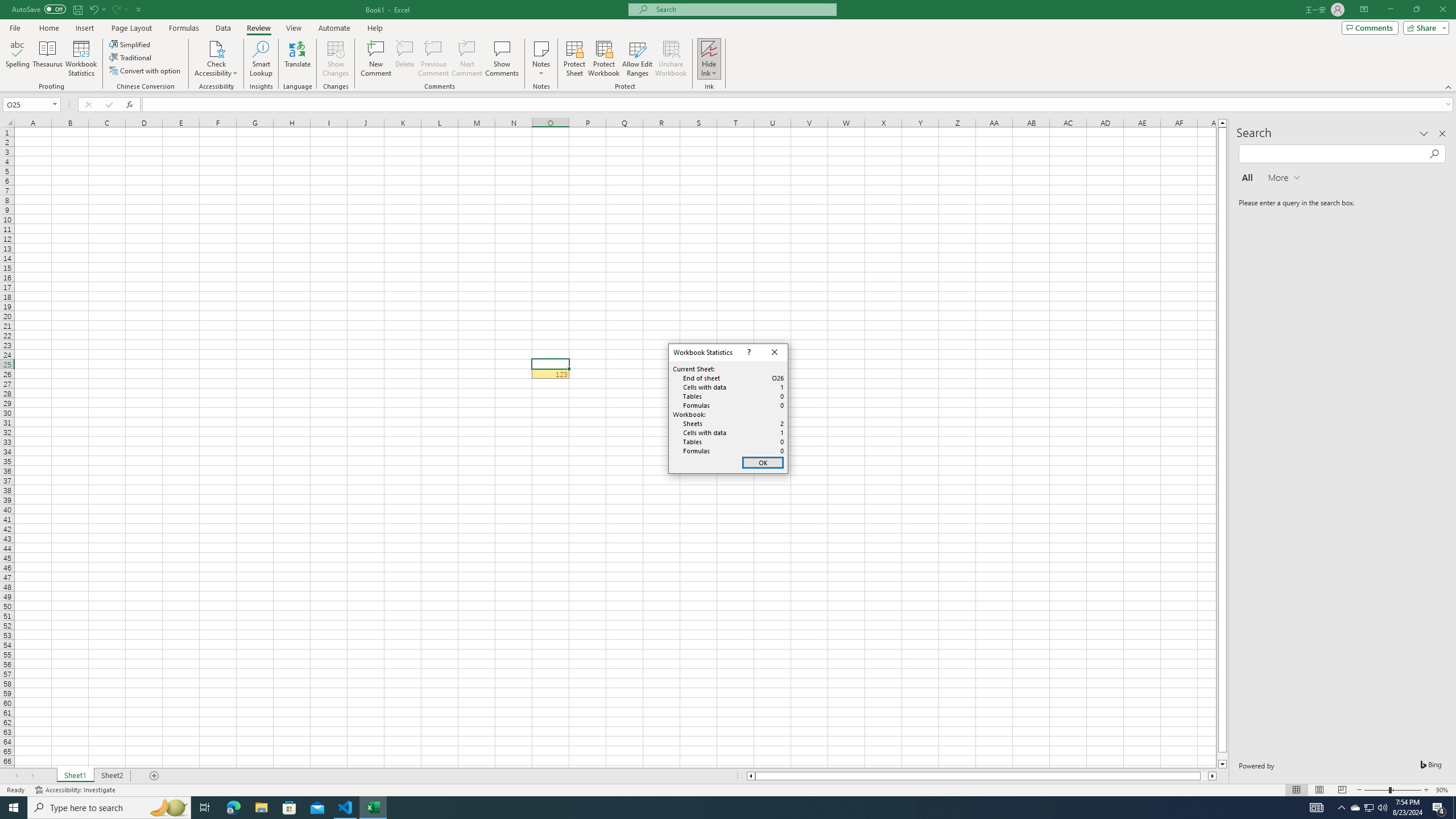 The image size is (1456, 819). What do you see at coordinates (1317, 806) in the screenshot?
I see `'AutomationID: 4105'` at bounding box center [1317, 806].